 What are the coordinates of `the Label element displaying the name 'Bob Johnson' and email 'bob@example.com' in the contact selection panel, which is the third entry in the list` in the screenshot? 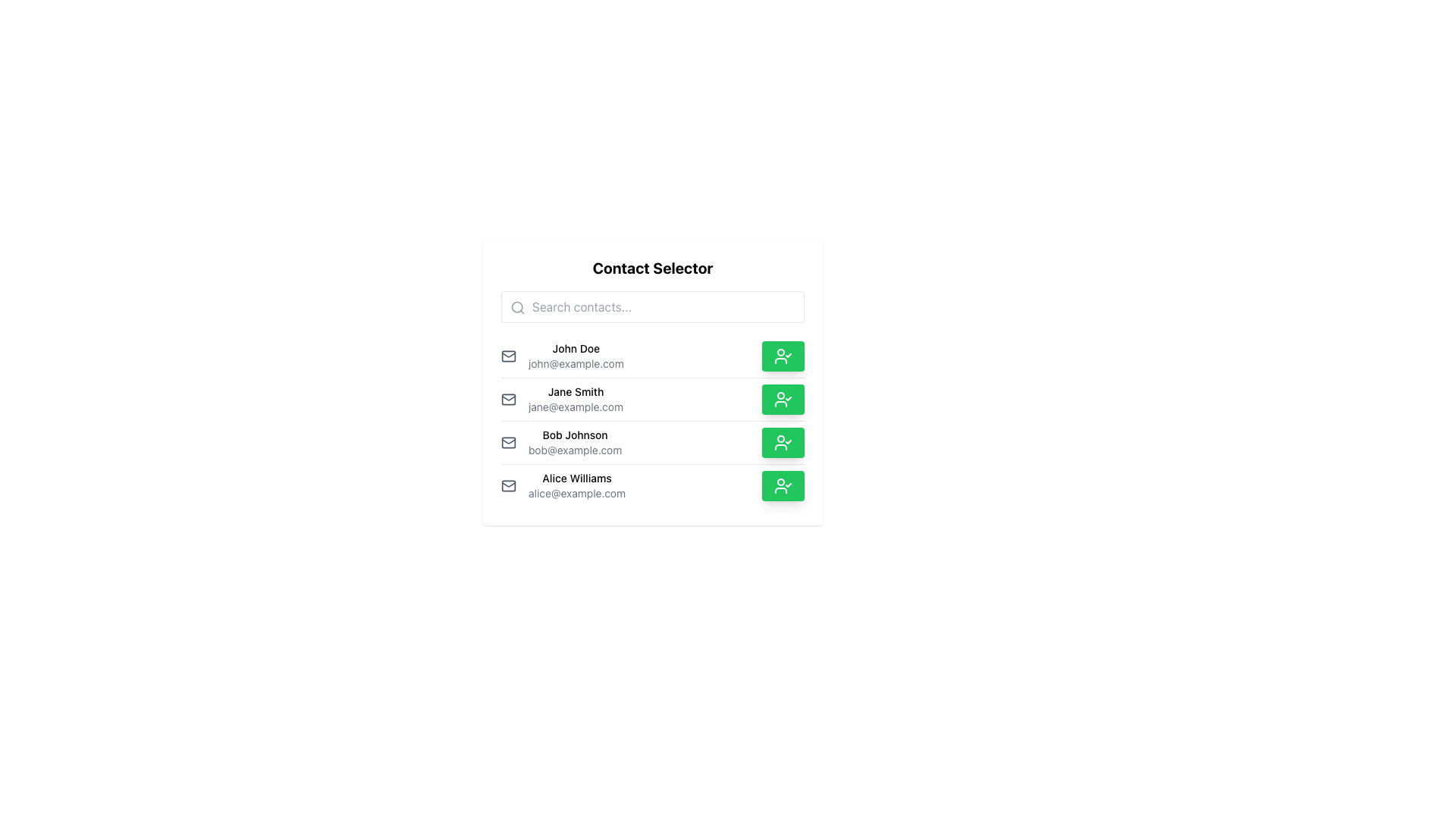 It's located at (574, 442).